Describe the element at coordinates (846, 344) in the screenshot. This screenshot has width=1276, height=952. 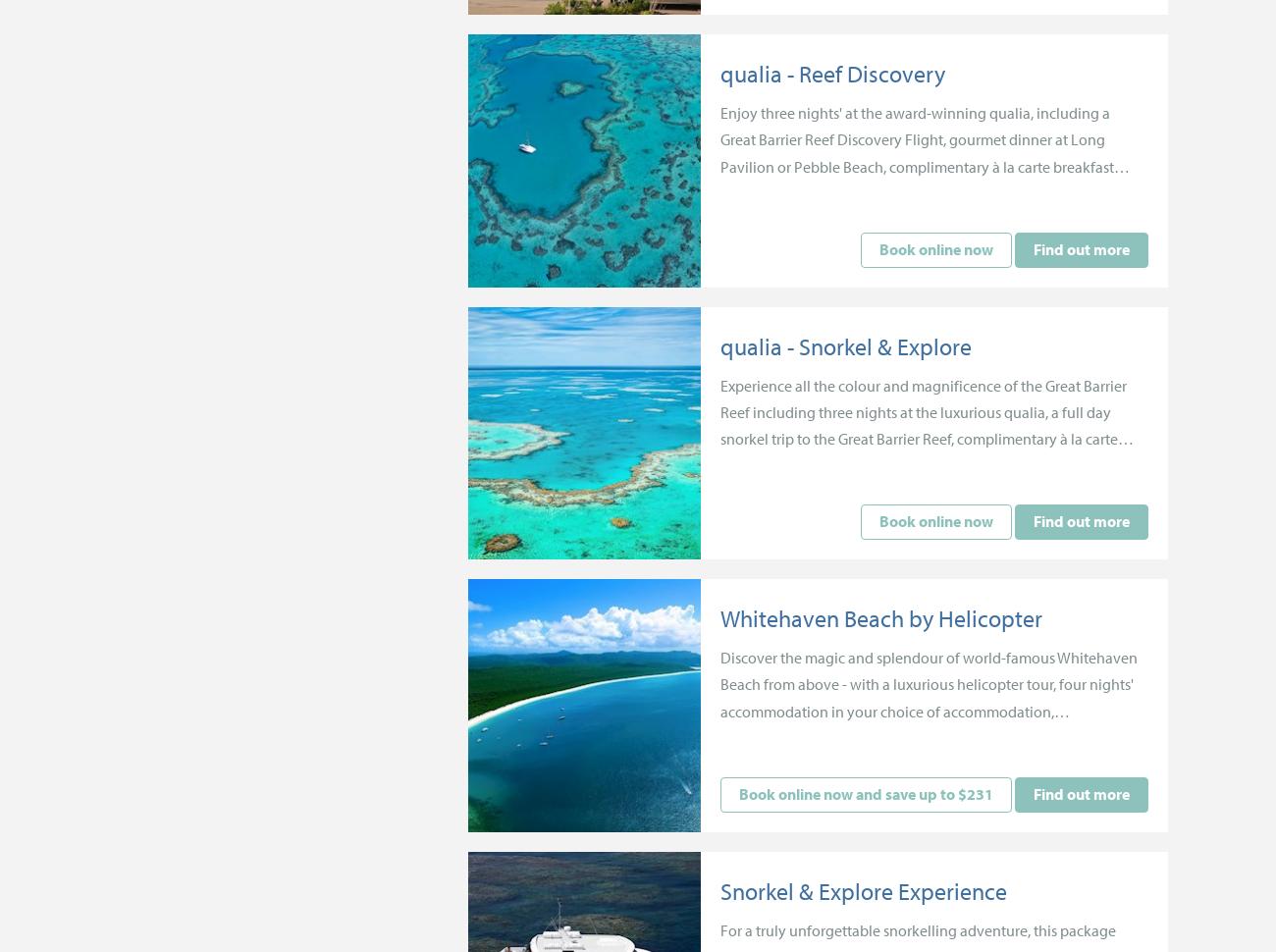
I see `'qualia - Snorkel & Explore'` at that location.